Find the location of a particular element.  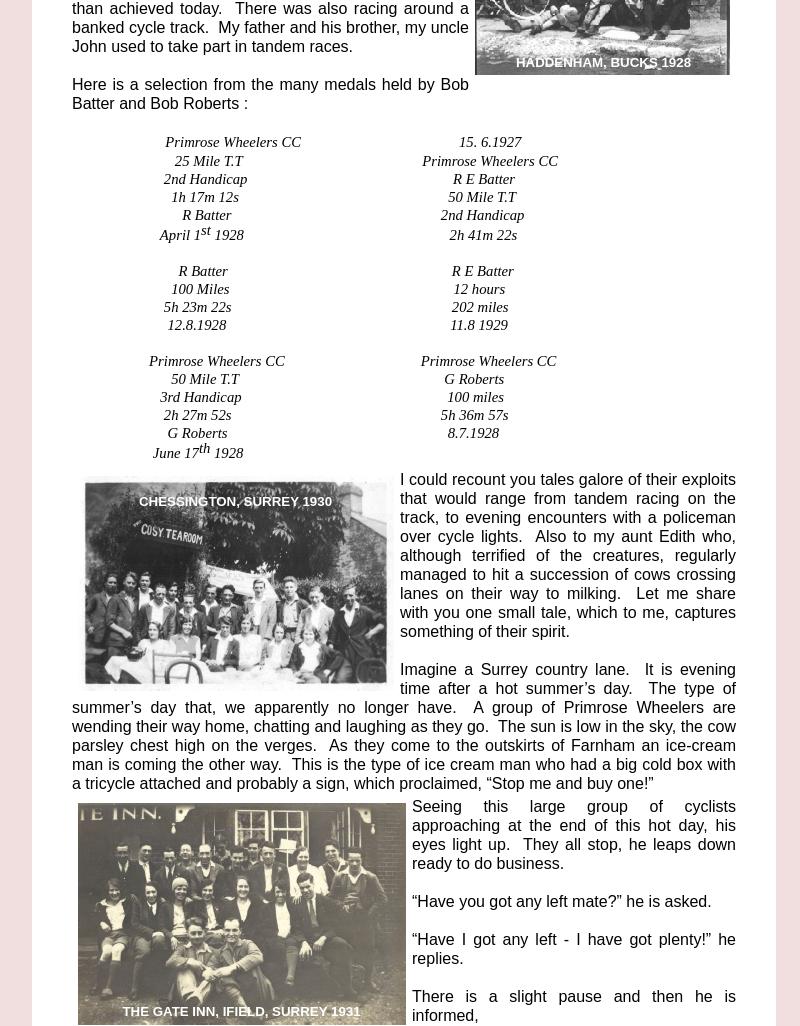

'“Have you got any left mate?” he is asked.' is located at coordinates (561, 900).